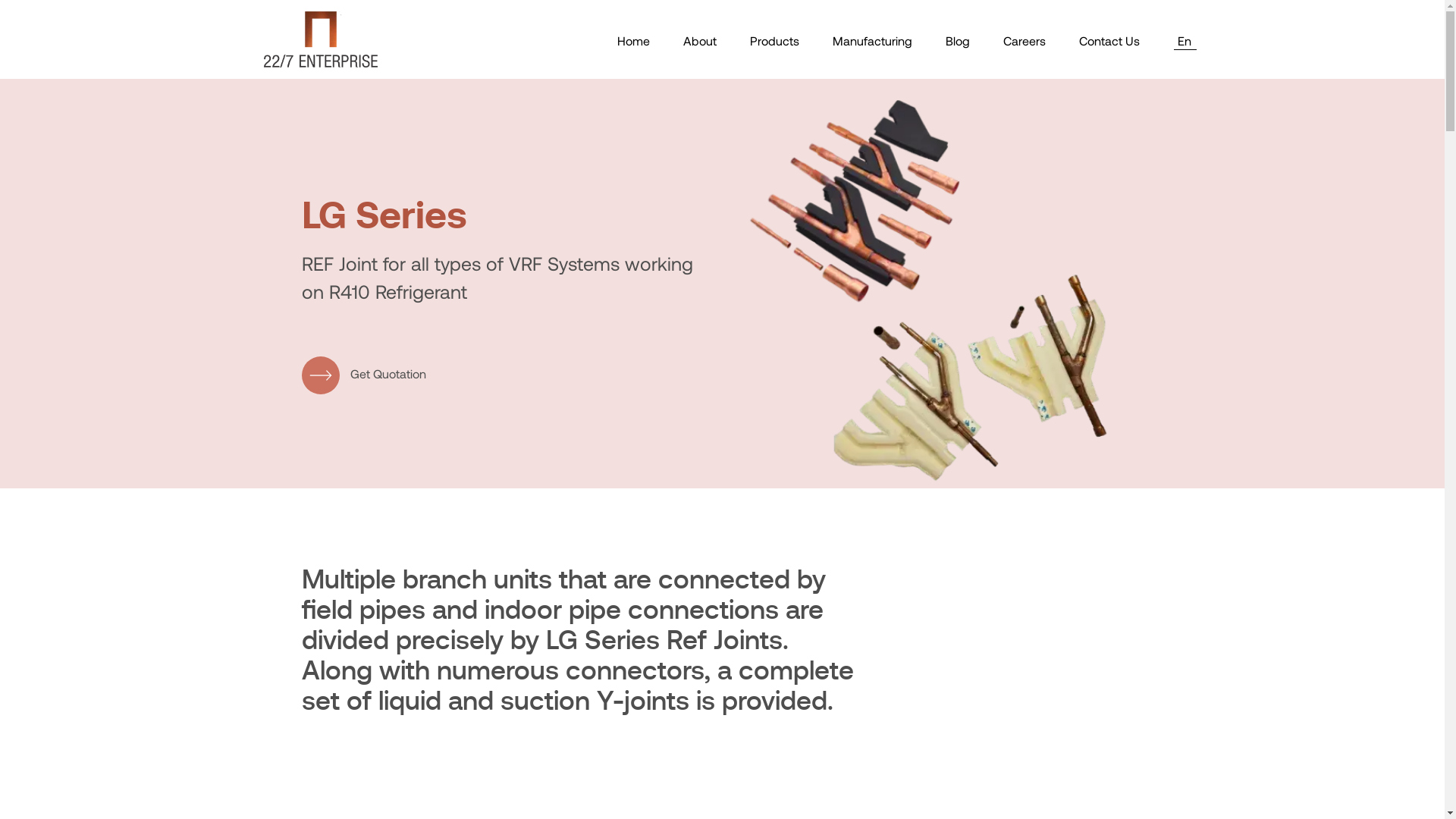  Describe the element at coordinates (1023, 39) in the screenshot. I see `'Careers'` at that location.